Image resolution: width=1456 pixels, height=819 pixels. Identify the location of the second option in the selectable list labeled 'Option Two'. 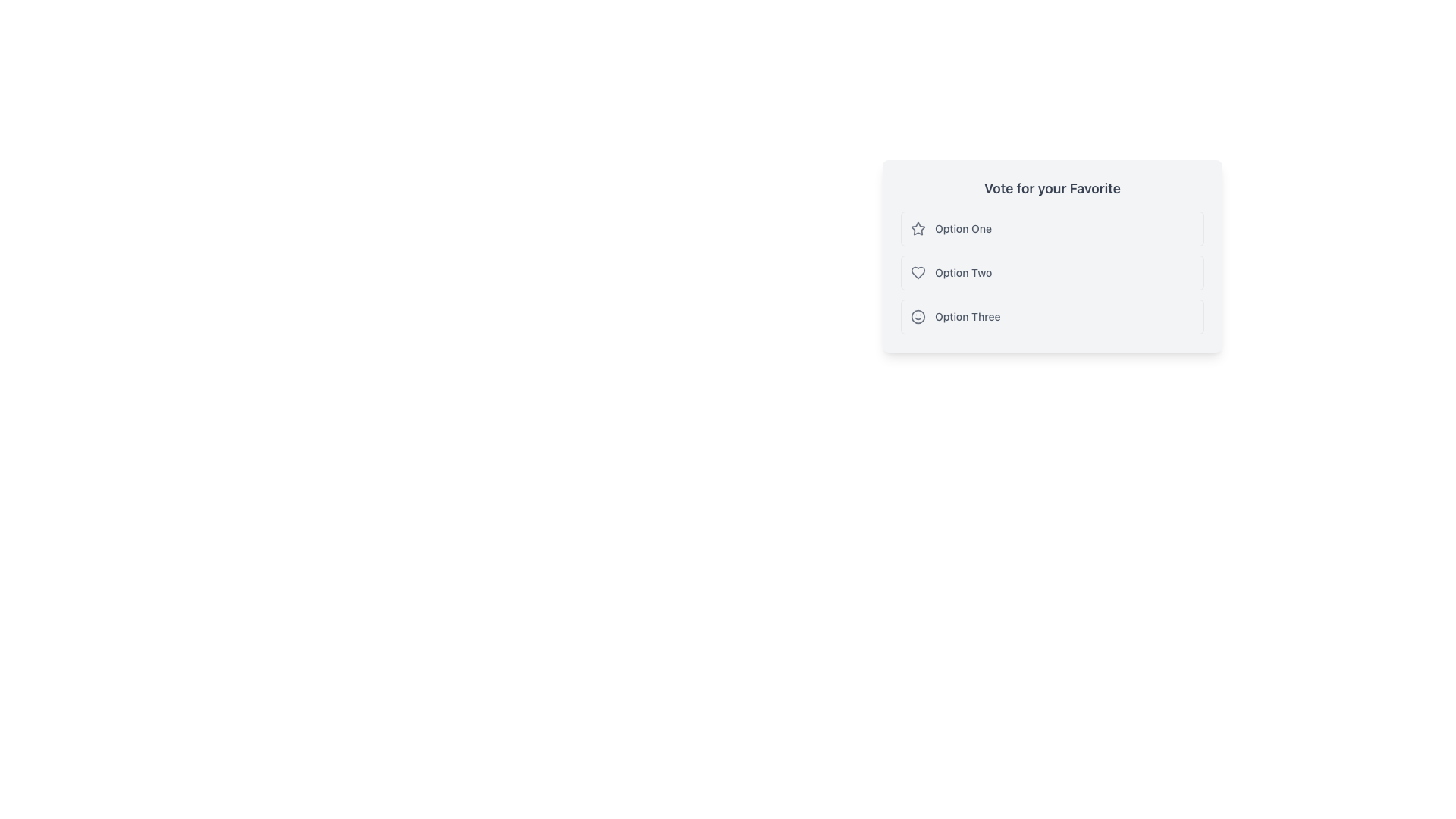
(1051, 271).